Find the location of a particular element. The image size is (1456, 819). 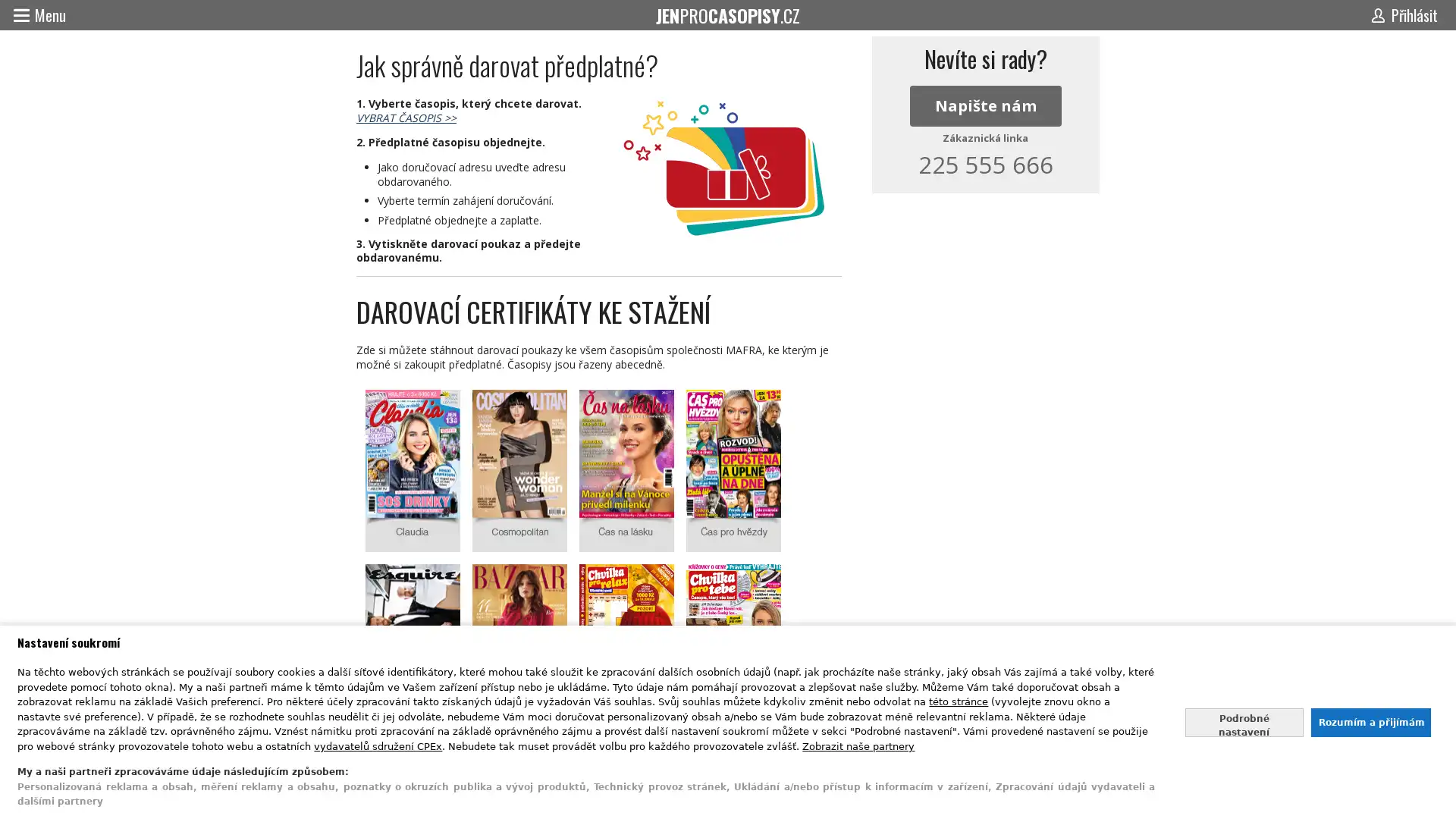

Zobrazit nase partnery is located at coordinates (858, 745).